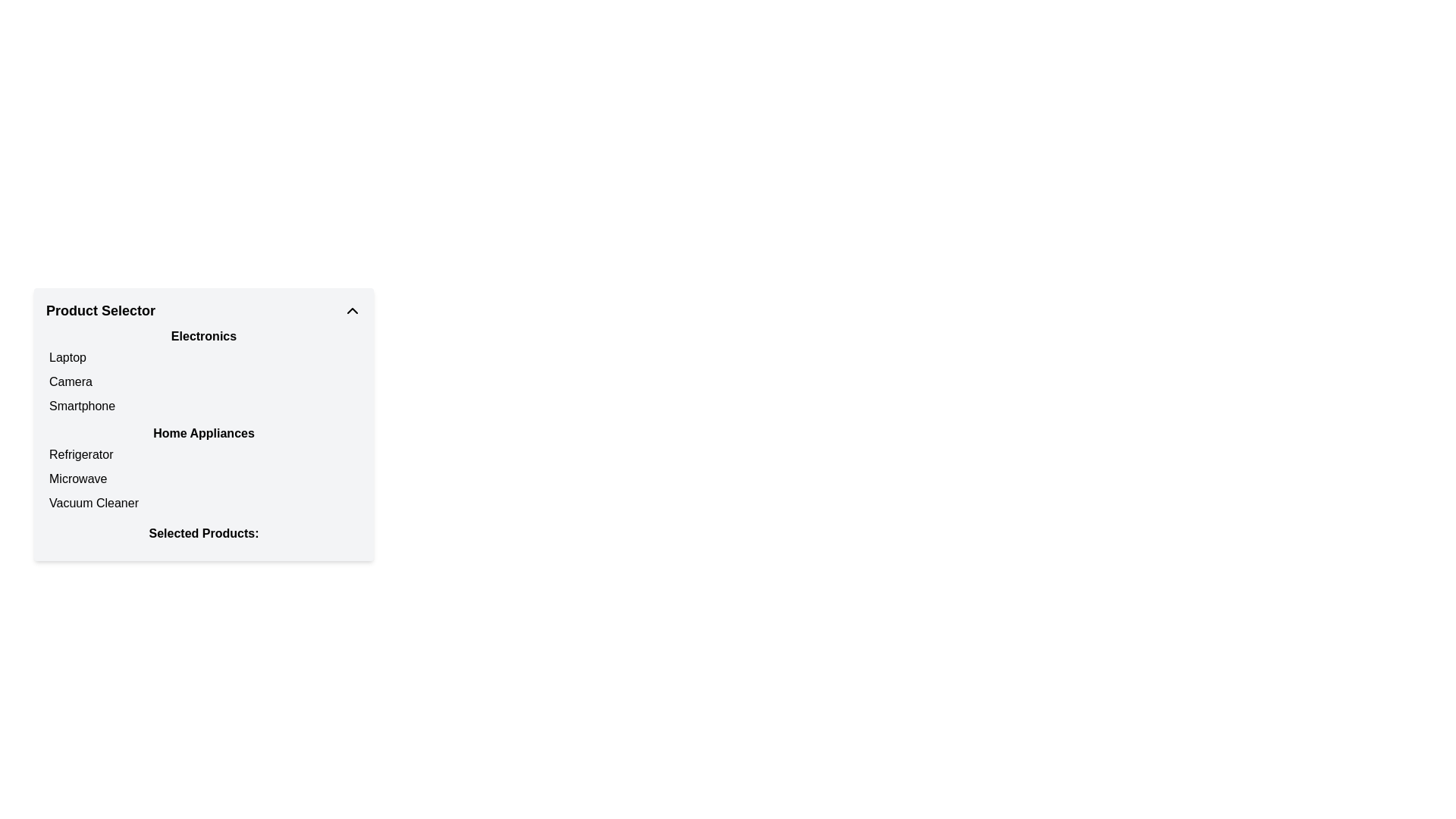 The width and height of the screenshot is (1456, 819). What do you see at coordinates (352, 309) in the screenshot?
I see `the toggle button located at the top-right corner of the 'Product Selector' section` at bounding box center [352, 309].